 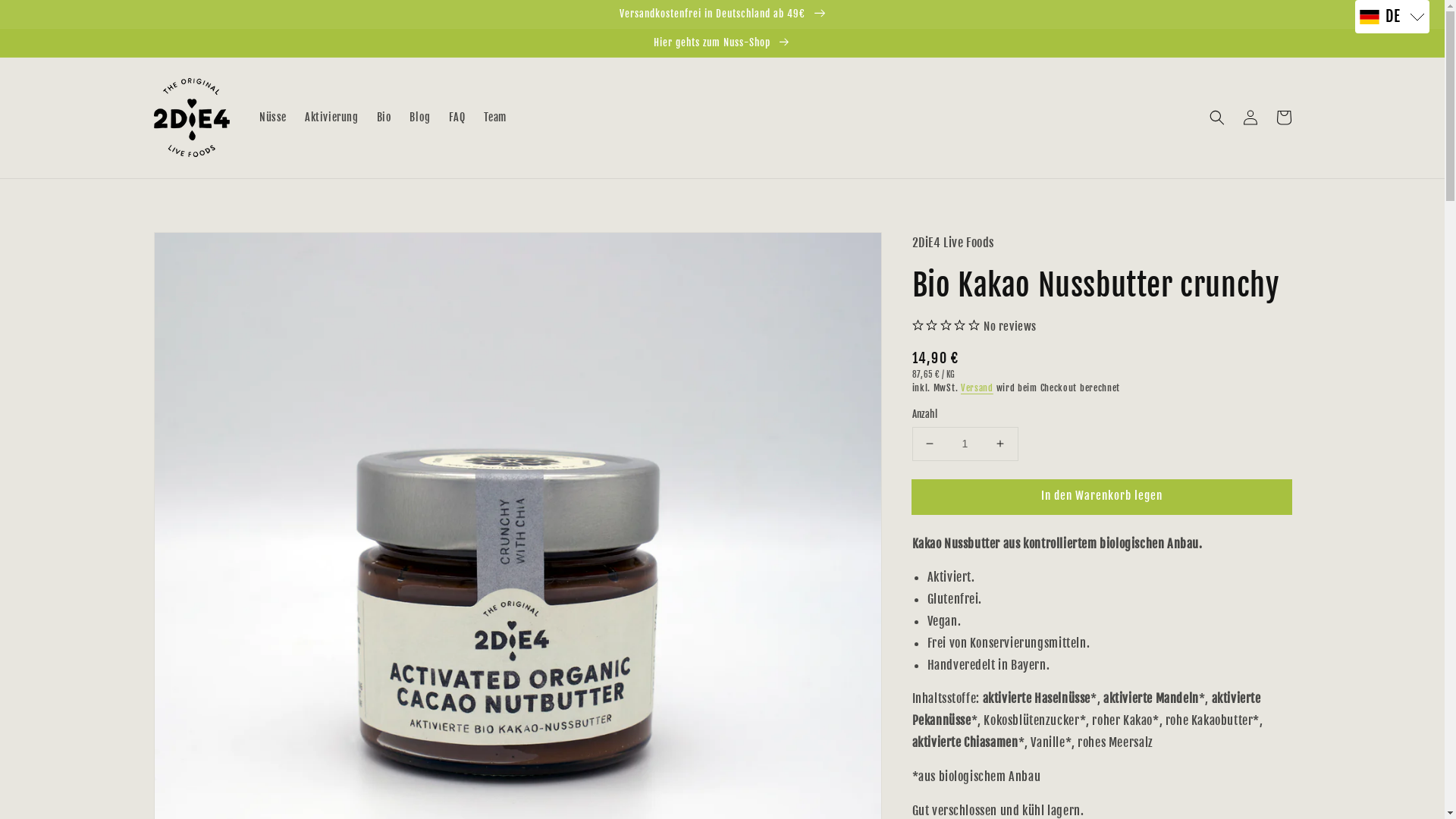 What do you see at coordinates (1101, 497) in the screenshot?
I see `'In den Warenkorb legen'` at bounding box center [1101, 497].